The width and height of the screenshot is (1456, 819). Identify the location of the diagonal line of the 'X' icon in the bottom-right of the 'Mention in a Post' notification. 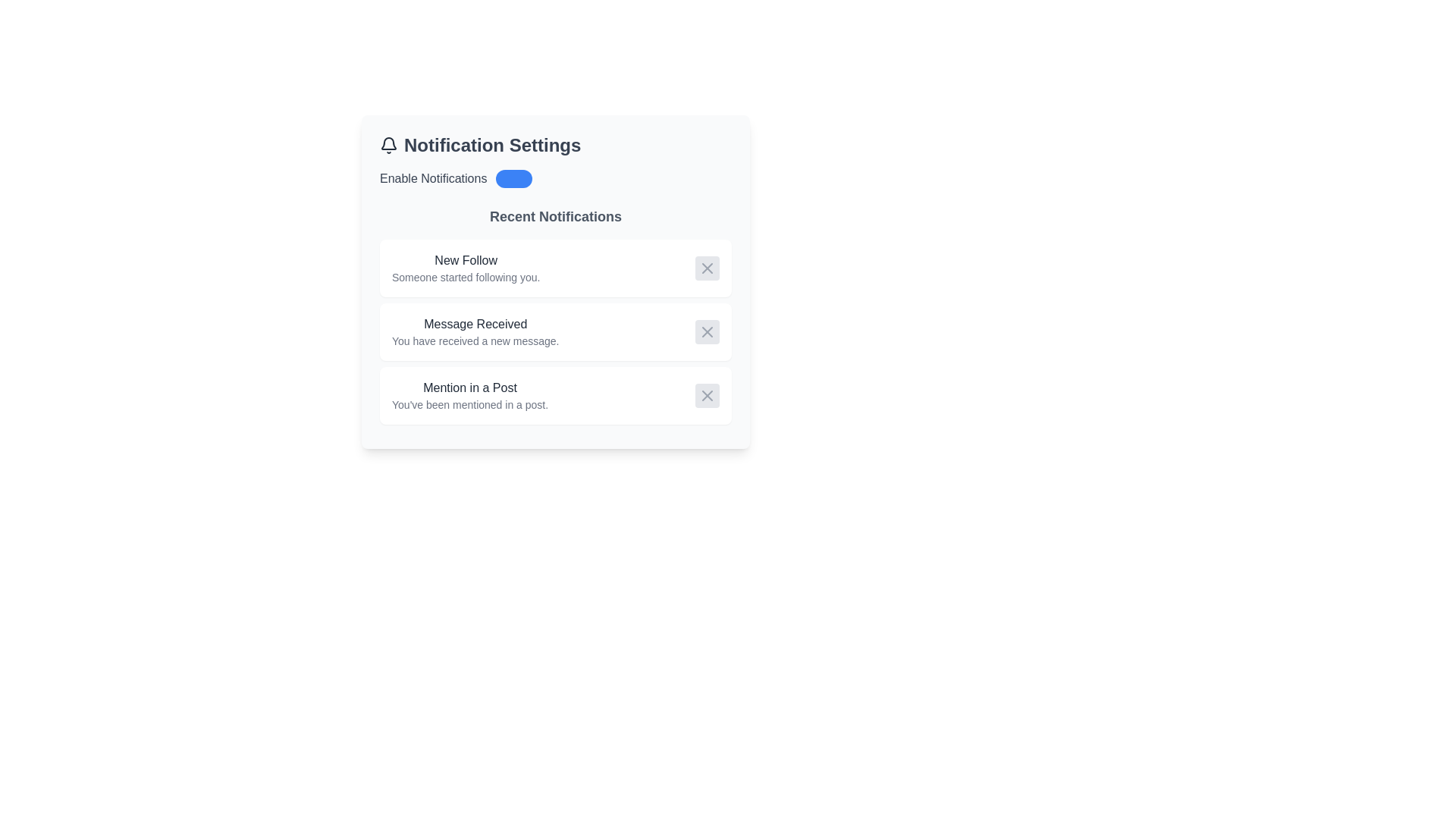
(706, 394).